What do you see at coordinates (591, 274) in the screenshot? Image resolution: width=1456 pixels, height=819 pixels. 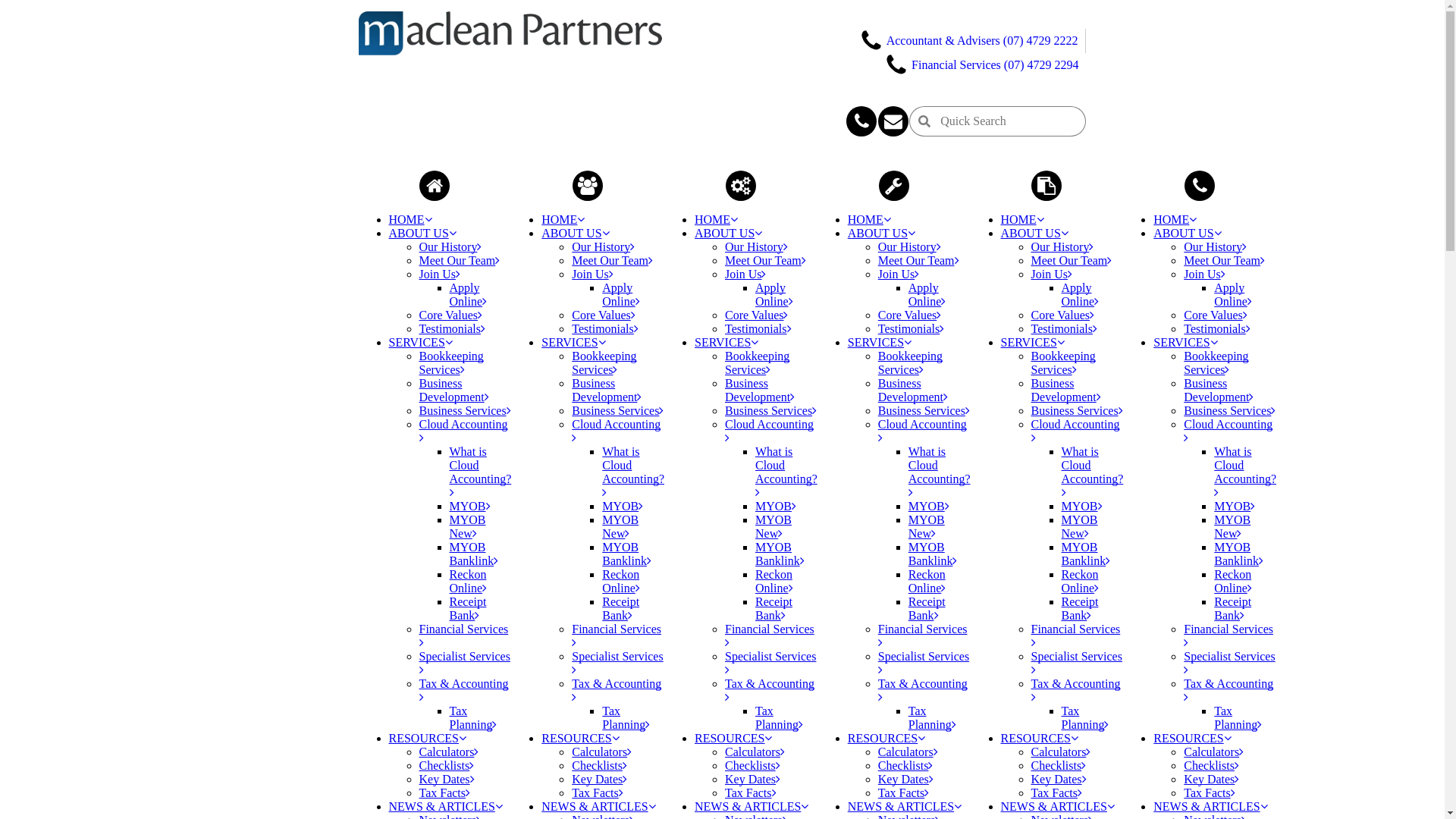 I see `'Join Us'` at bounding box center [591, 274].